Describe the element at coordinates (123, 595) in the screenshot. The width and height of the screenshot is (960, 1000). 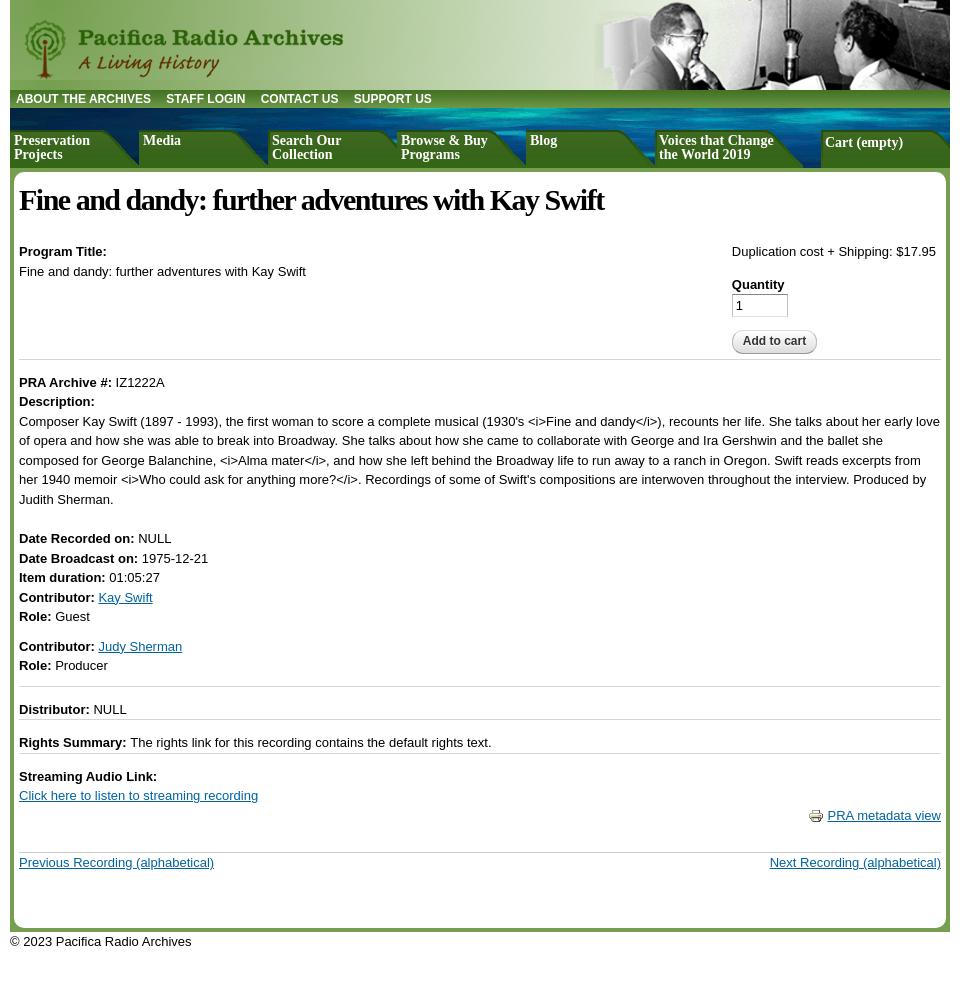
I see `'Kay Swift'` at that location.